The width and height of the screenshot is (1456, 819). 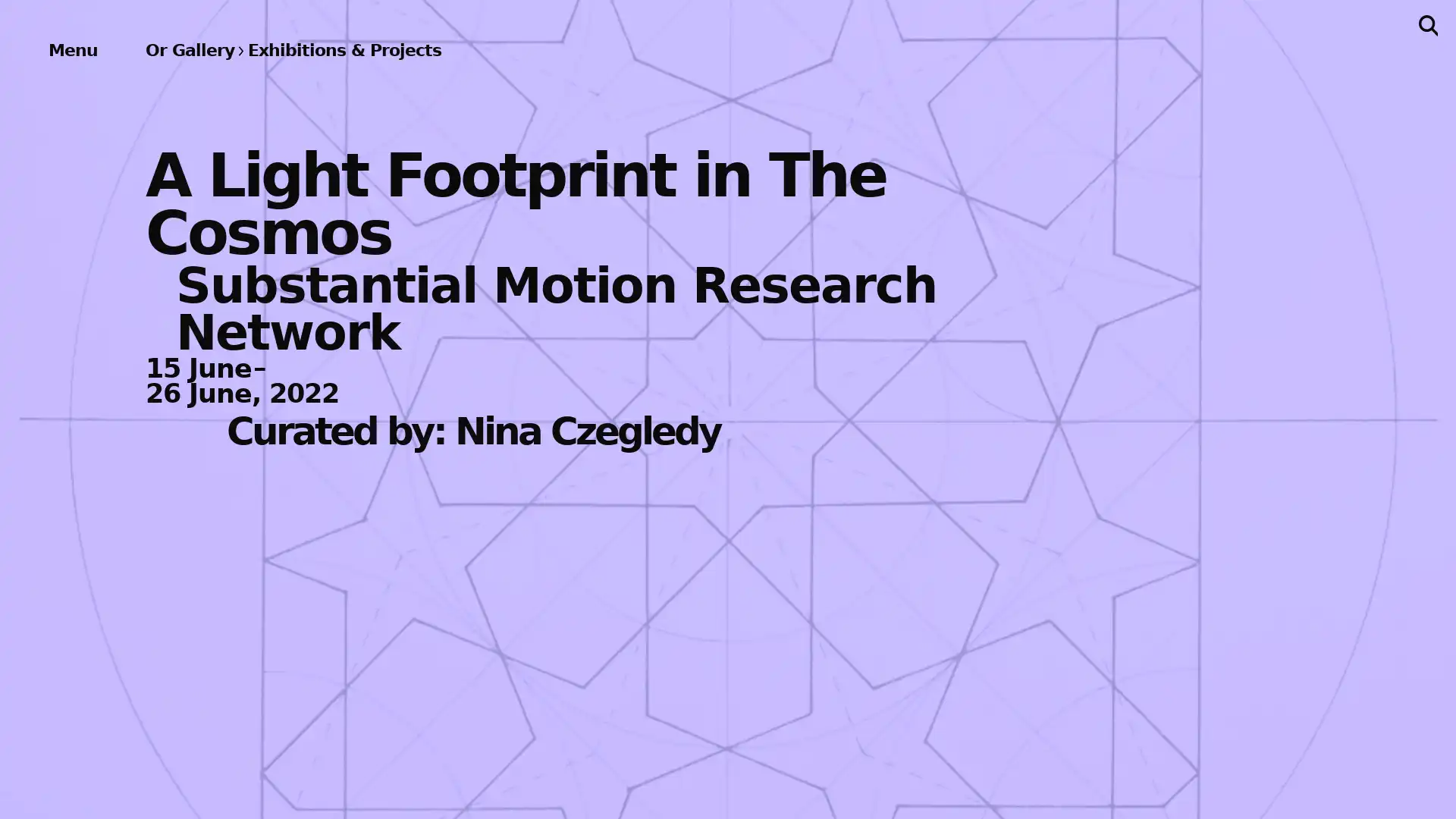 I want to click on Events, so click(x=329, y=241).